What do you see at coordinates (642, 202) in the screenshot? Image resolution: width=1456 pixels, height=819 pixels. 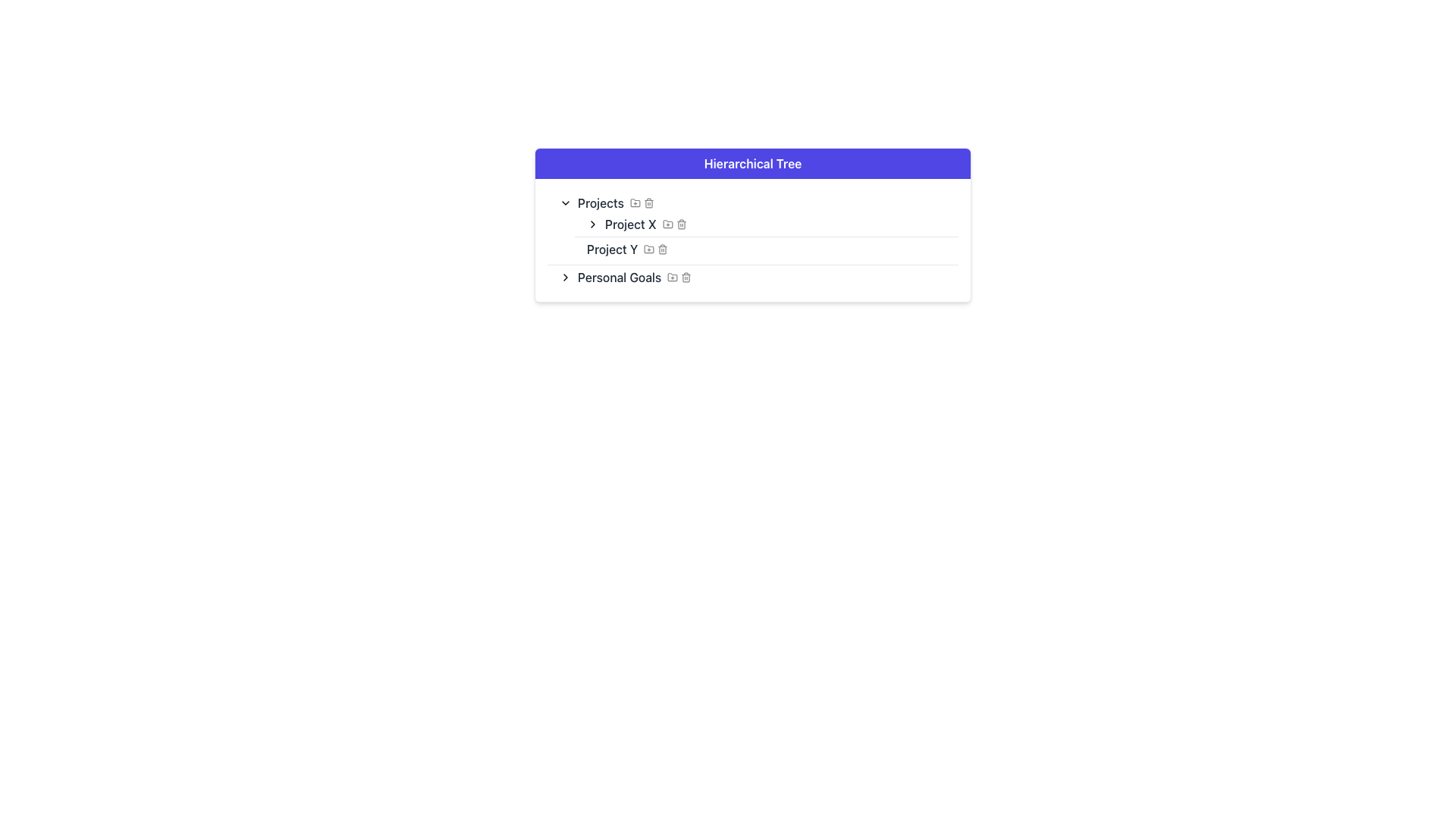 I see `the add folder icon in the Icon Group, which is located to the right of the 'Projects' text in the header of a hierarchical tree structure` at bounding box center [642, 202].